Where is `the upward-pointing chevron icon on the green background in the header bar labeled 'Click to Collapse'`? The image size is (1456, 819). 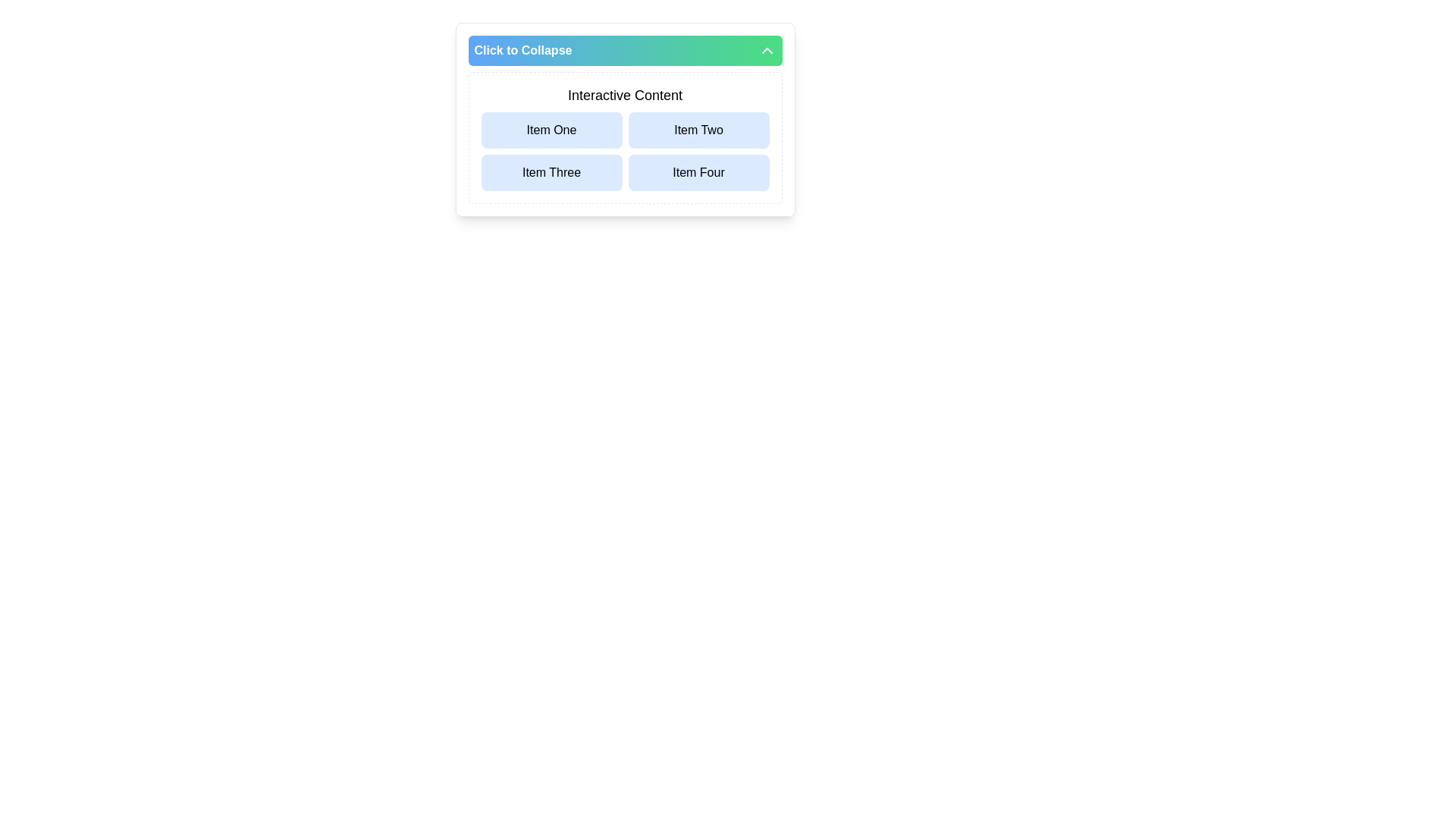 the upward-pointing chevron icon on the green background in the header bar labeled 'Click to Collapse' is located at coordinates (767, 49).